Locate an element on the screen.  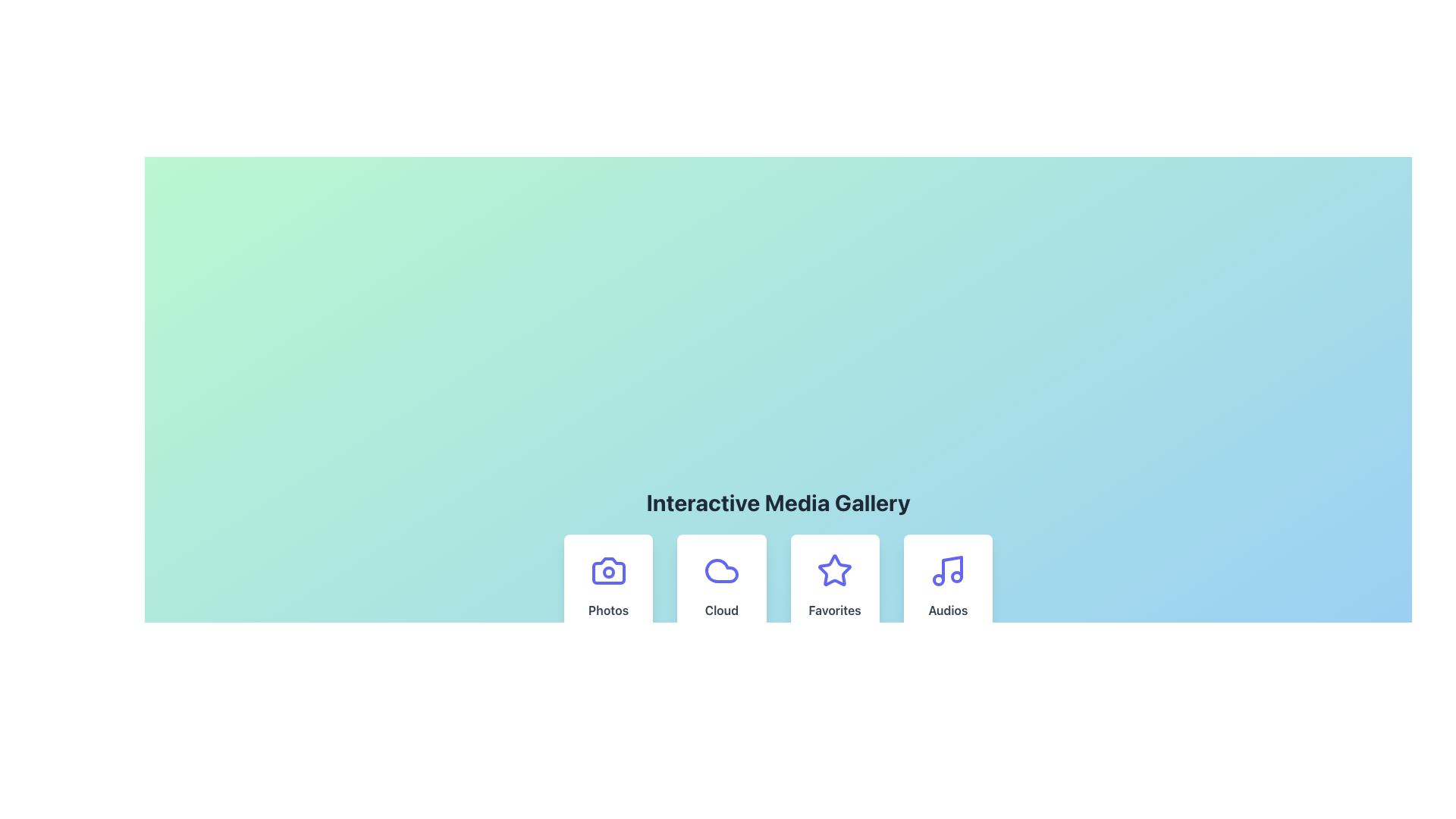
the 'Audios' card, which is the fourth item in the row of four cards in the 'Interactive Media Gallery' is located at coordinates (947, 588).